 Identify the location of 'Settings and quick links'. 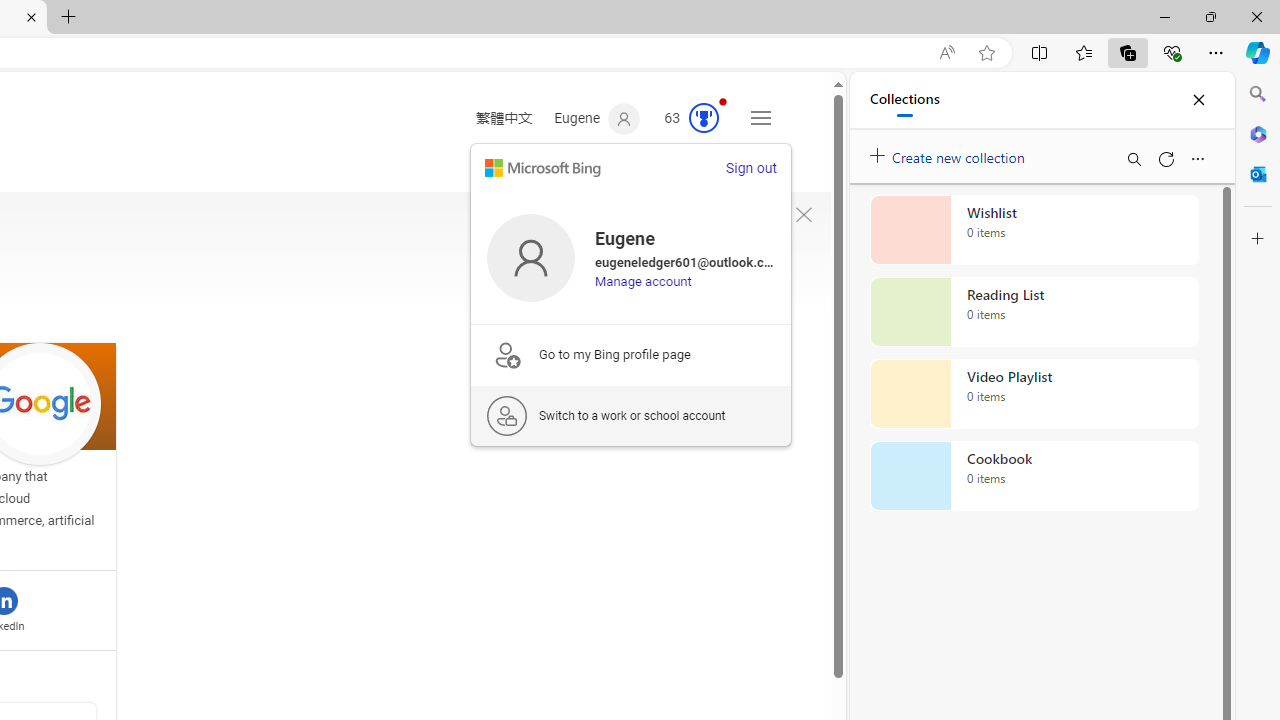
(759, 118).